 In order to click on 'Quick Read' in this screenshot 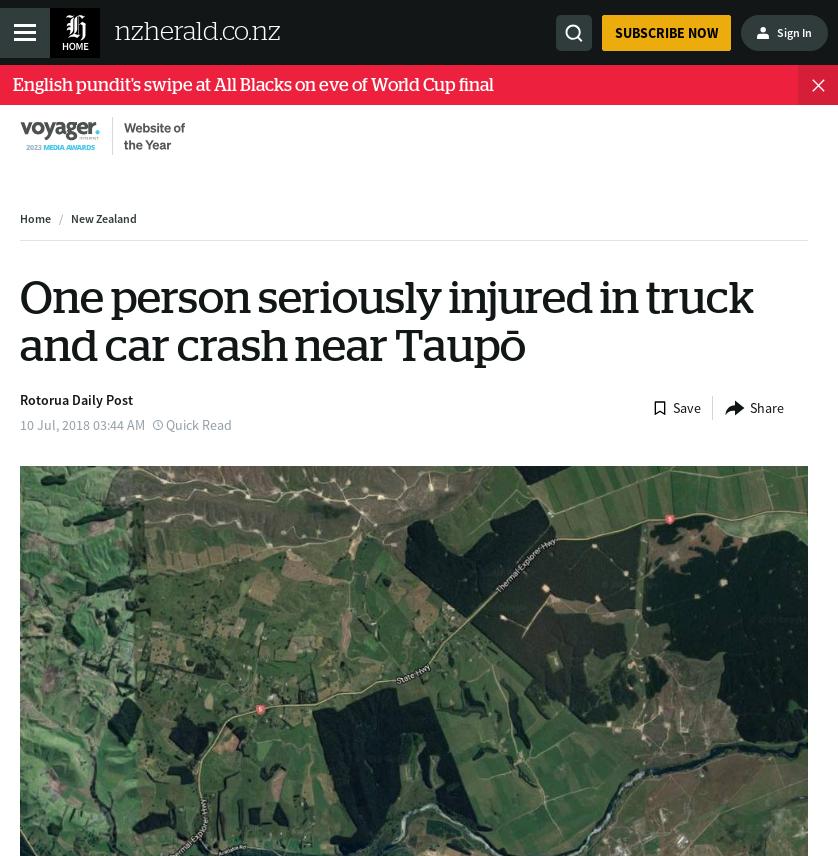, I will do `click(199, 422)`.